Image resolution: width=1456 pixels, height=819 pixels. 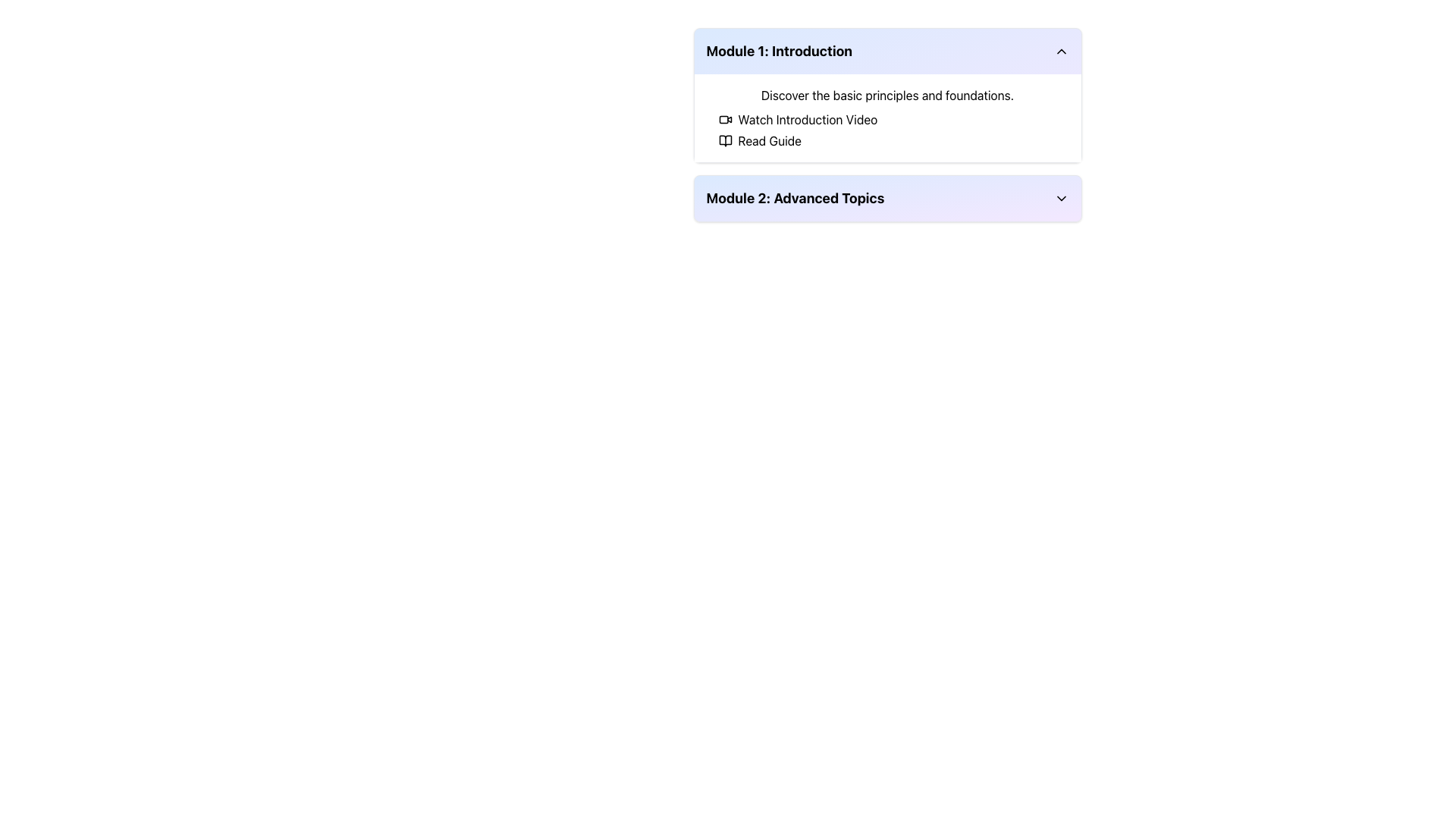 I want to click on the Text label associated with the resource in 'Module 1: Introduction', so click(x=770, y=140).